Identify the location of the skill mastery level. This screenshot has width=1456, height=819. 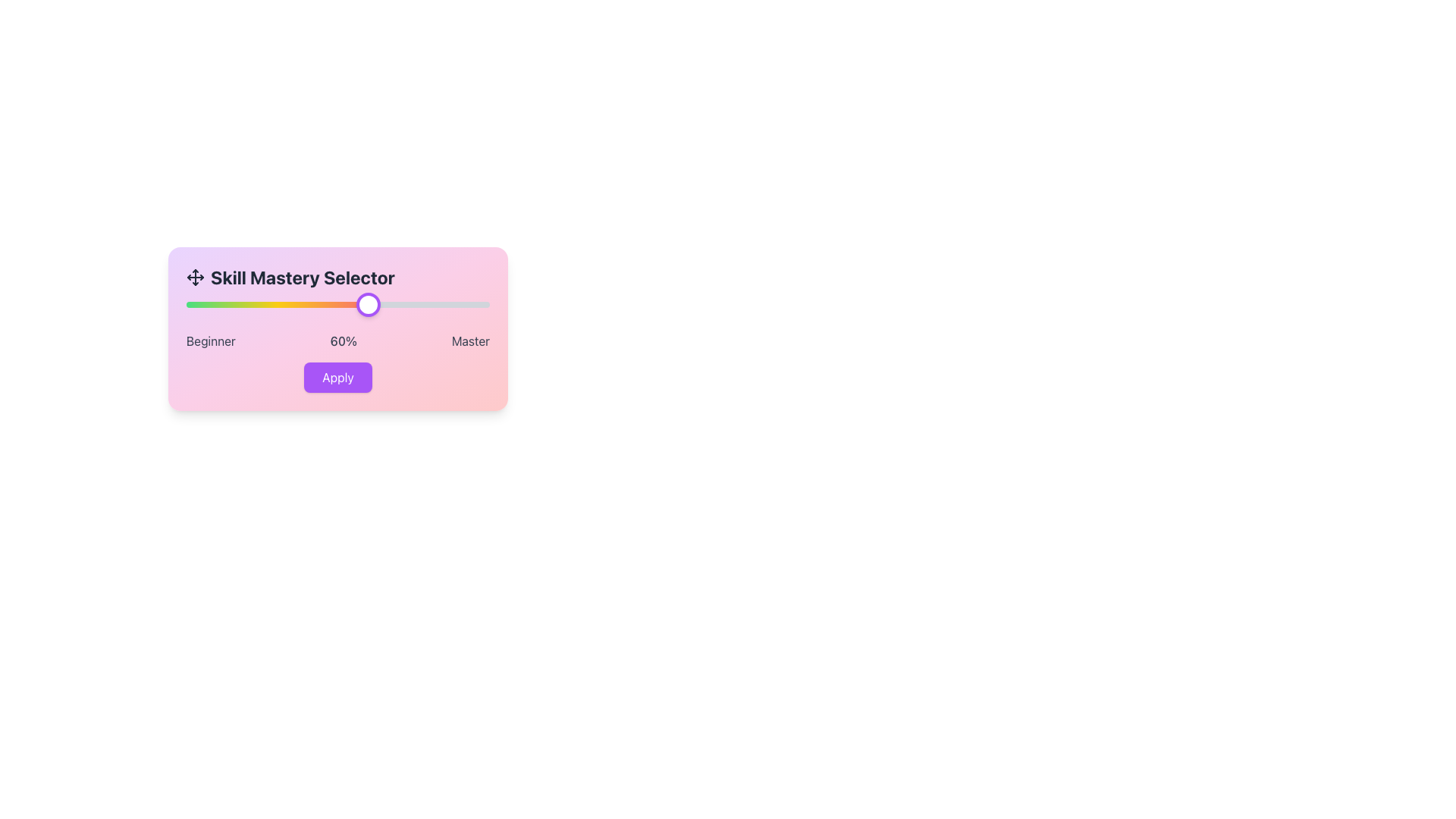
(352, 304).